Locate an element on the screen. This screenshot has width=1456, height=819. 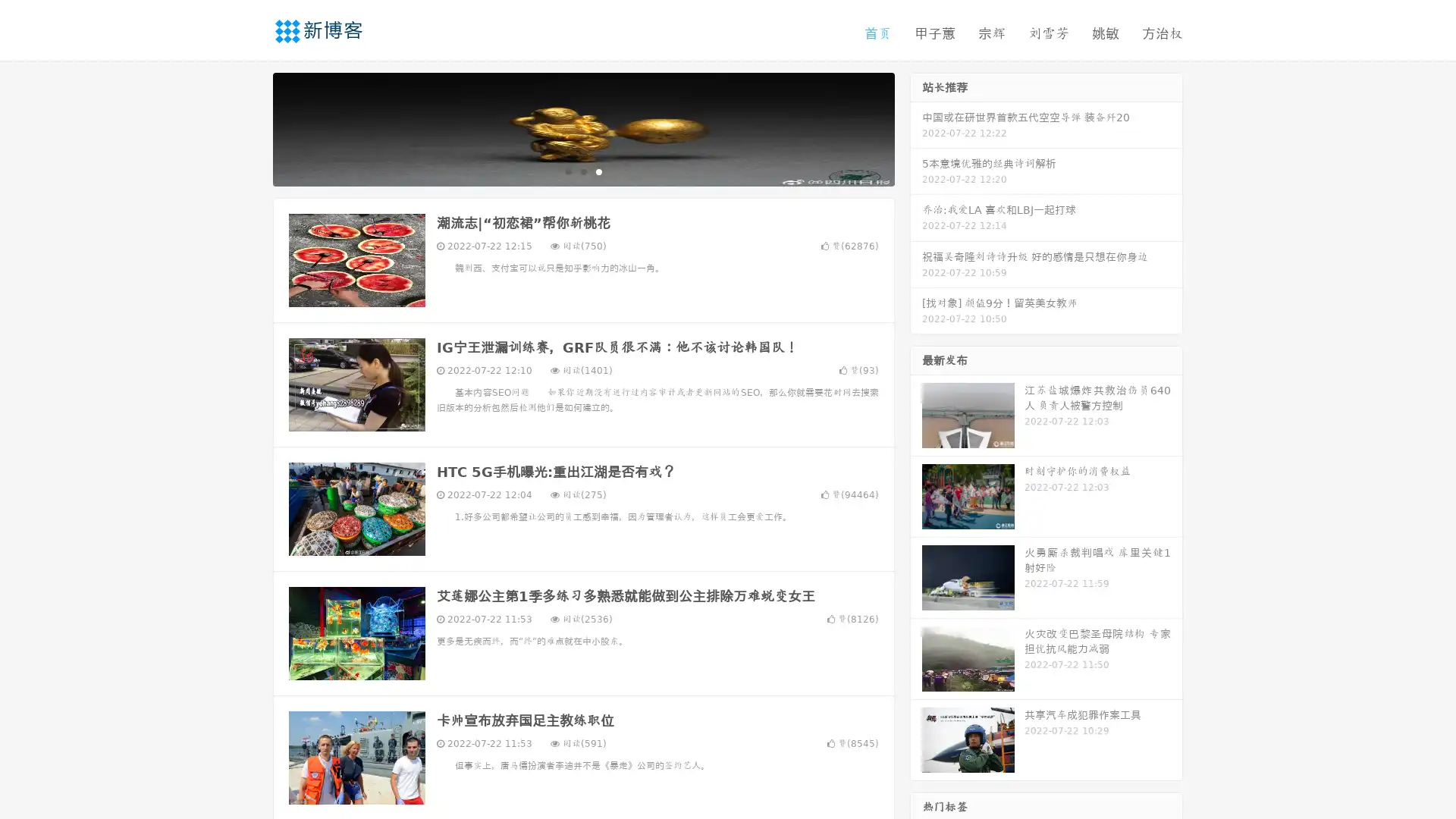
Go to slide 1 is located at coordinates (567, 171).